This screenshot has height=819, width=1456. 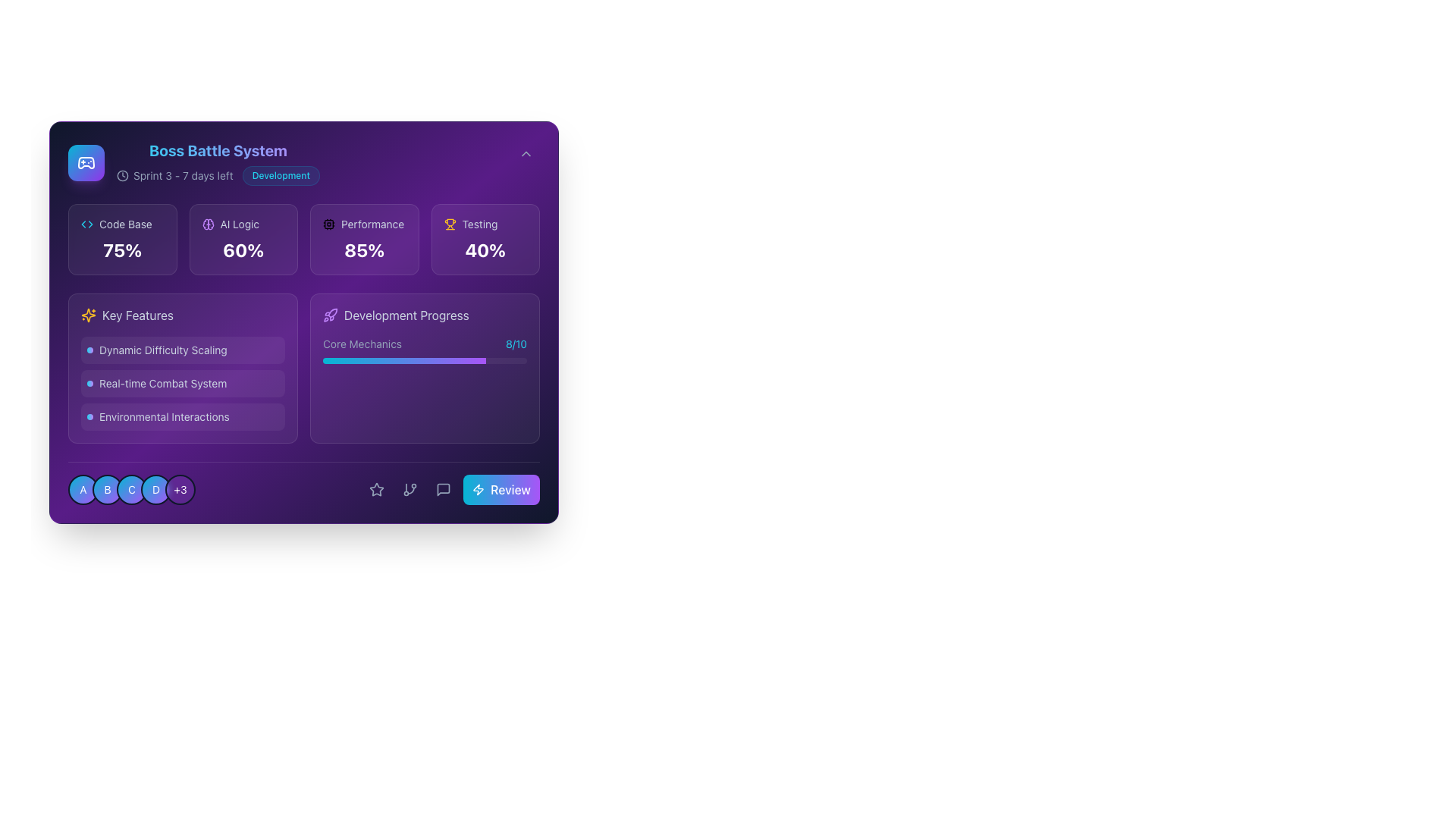 I want to click on the text label displaying 'Key Features' styled in light slate blue, located at the top-left corner of the 'Key Features' section, next to a sparkles icon, so click(x=138, y=315).